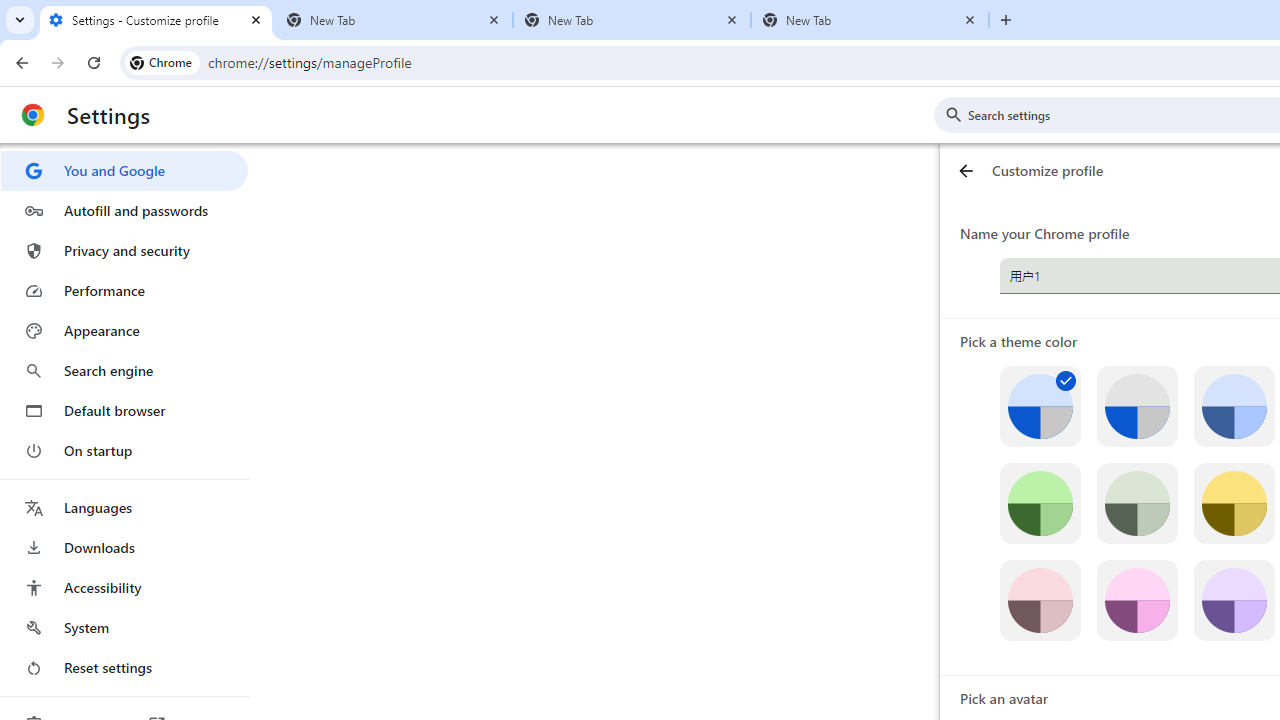 The image size is (1280, 720). What do you see at coordinates (123, 451) in the screenshot?
I see `'On startup'` at bounding box center [123, 451].